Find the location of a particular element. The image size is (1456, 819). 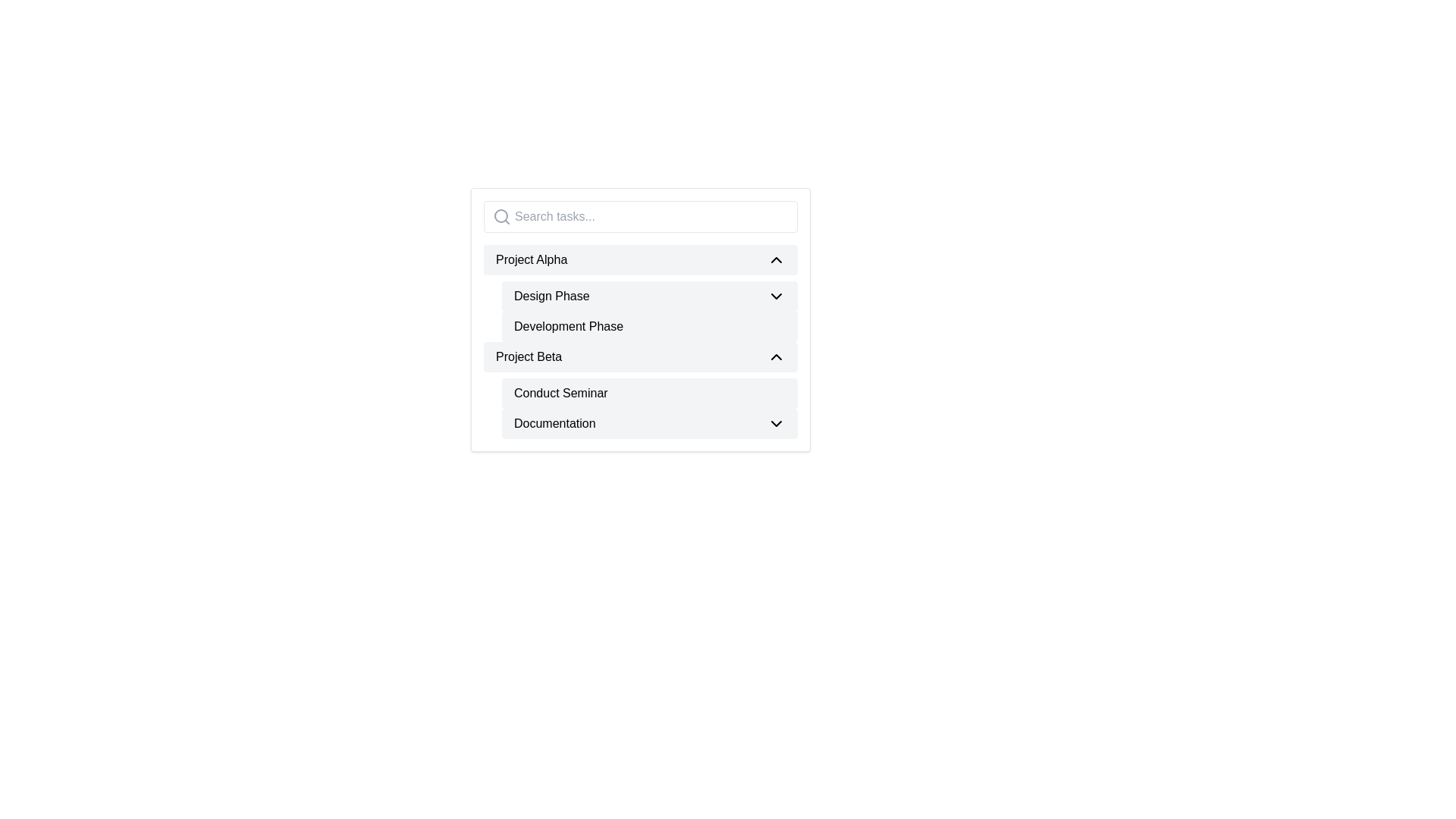

the Chevron Down icon located at the top-center-right of the 'Design Phase' label area is located at coordinates (776, 296).